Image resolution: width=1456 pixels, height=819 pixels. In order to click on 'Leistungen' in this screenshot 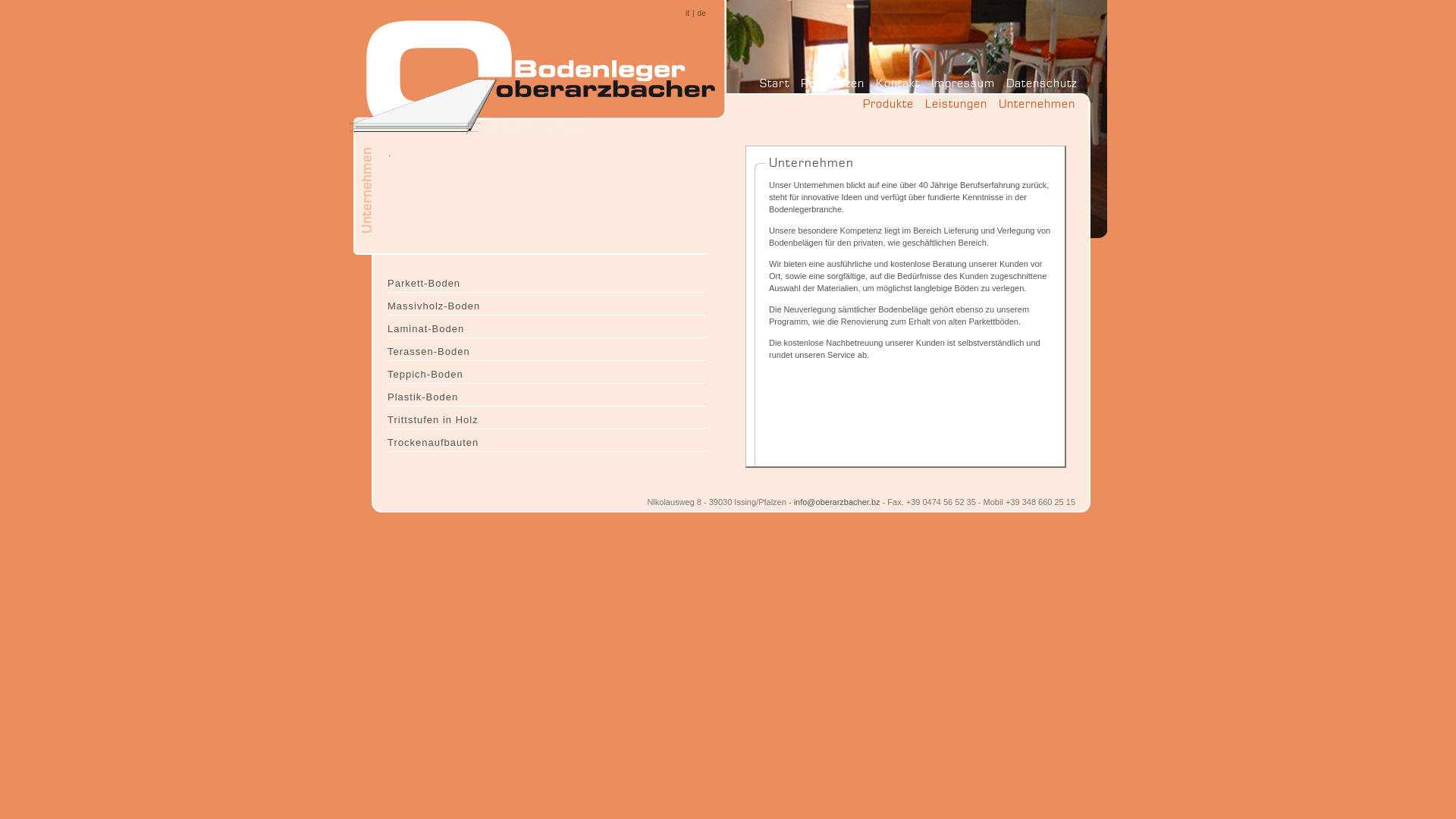, I will do `click(955, 107)`.